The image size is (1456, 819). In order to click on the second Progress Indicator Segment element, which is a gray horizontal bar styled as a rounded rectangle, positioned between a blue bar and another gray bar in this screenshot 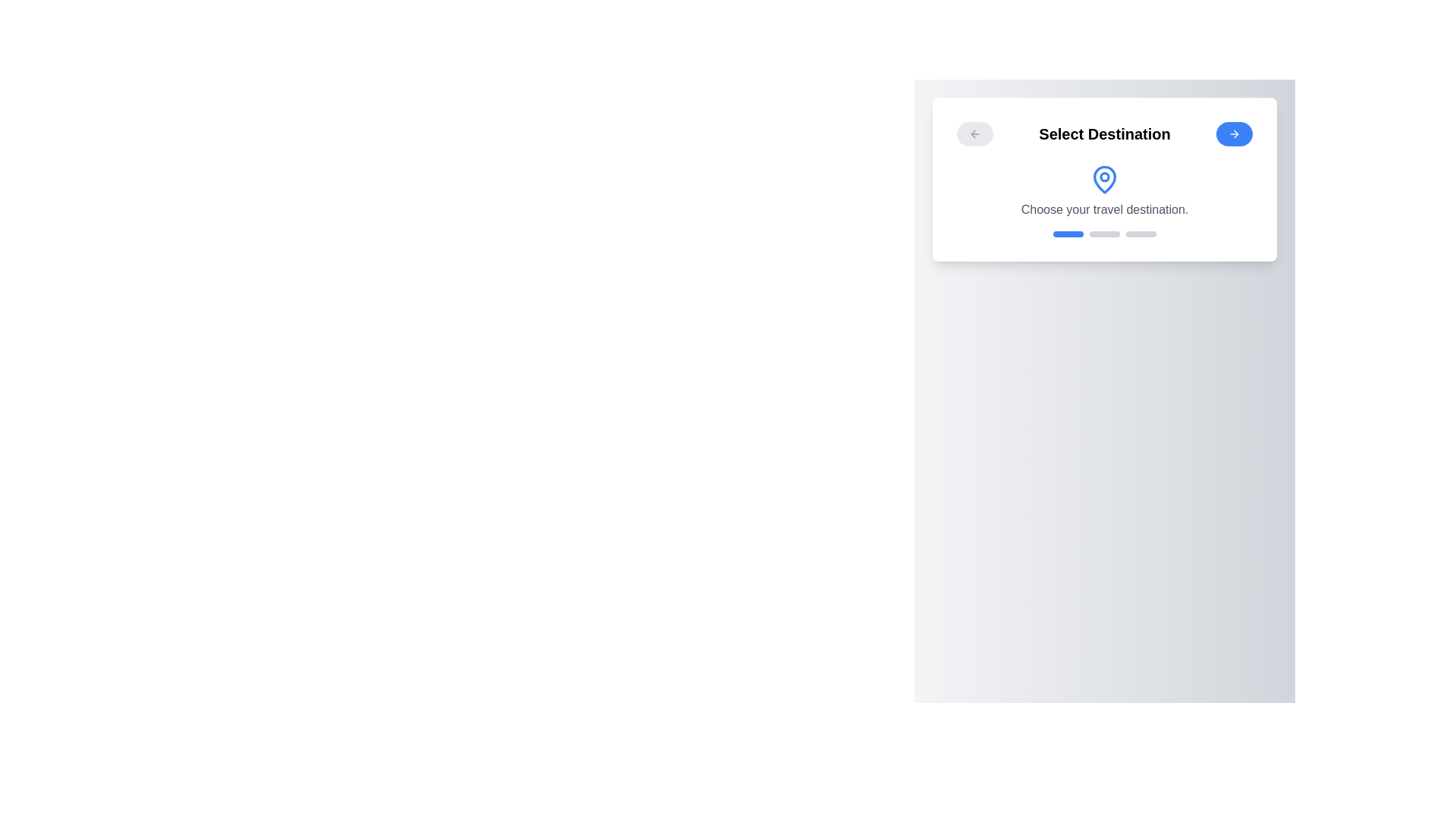, I will do `click(1105, 234)`.